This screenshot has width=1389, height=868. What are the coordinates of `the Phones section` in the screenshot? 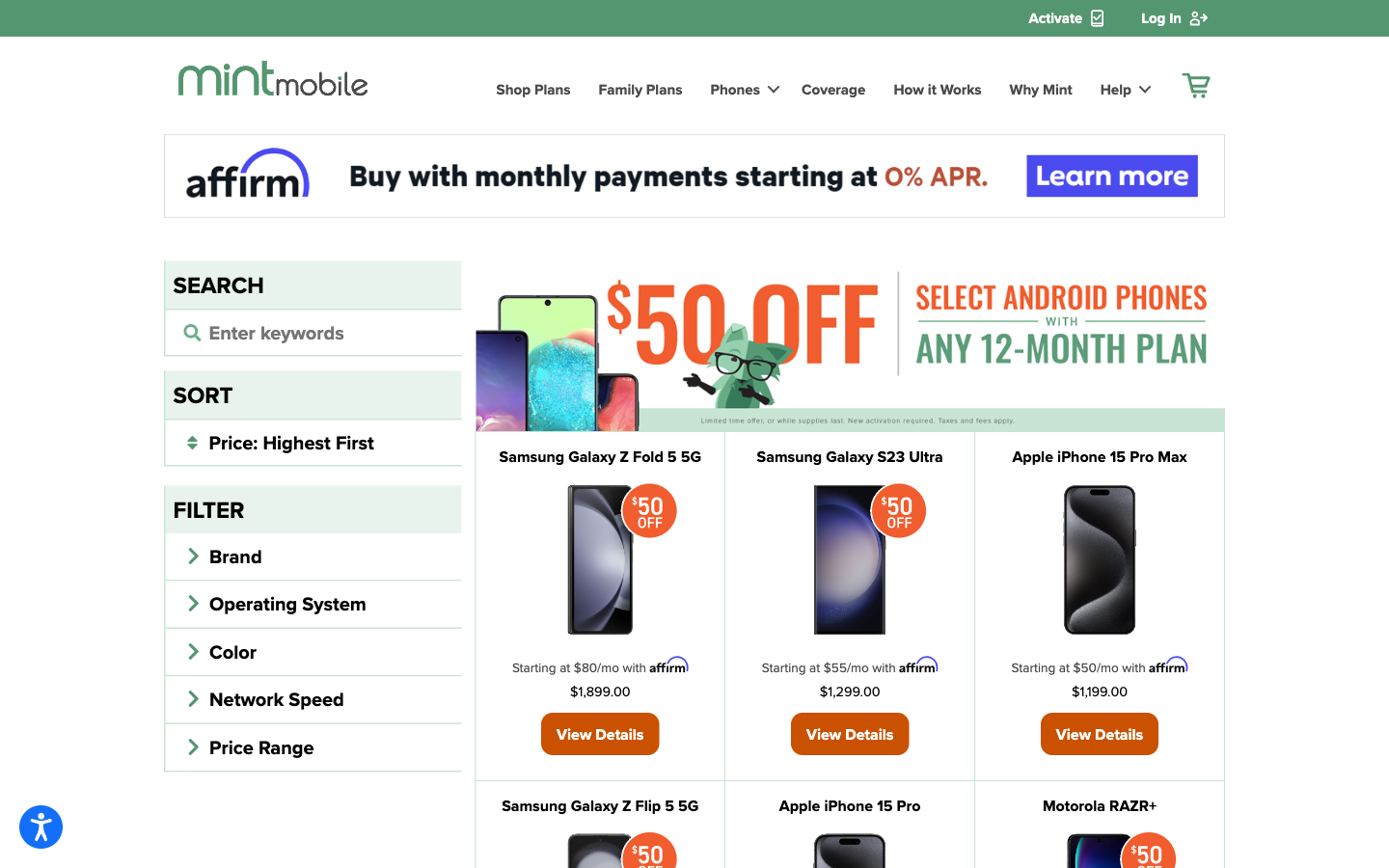 It's located at (741, 88).